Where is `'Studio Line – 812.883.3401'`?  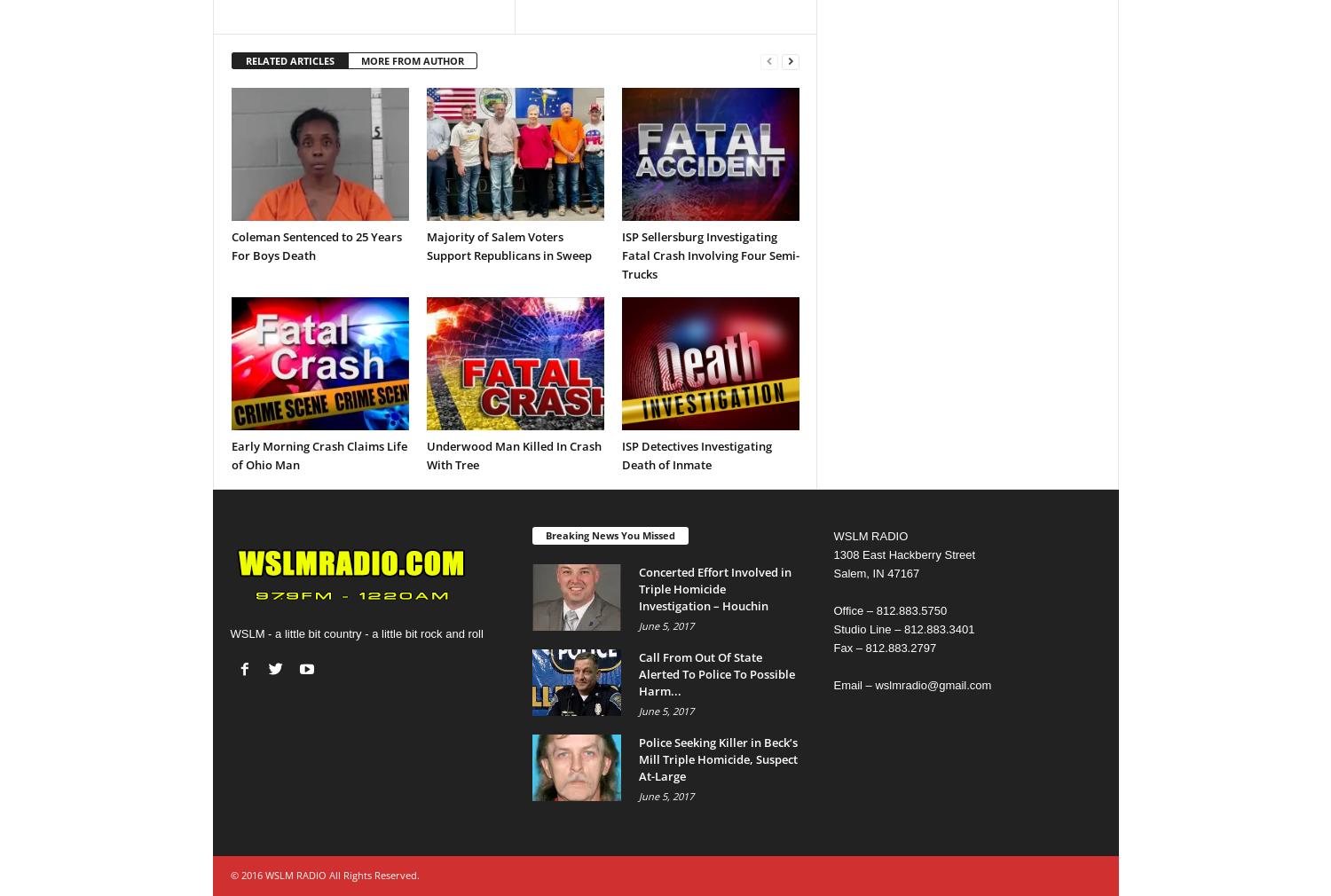
'Studio Line – 812.883.3401' is located at coordinates (832, 628).